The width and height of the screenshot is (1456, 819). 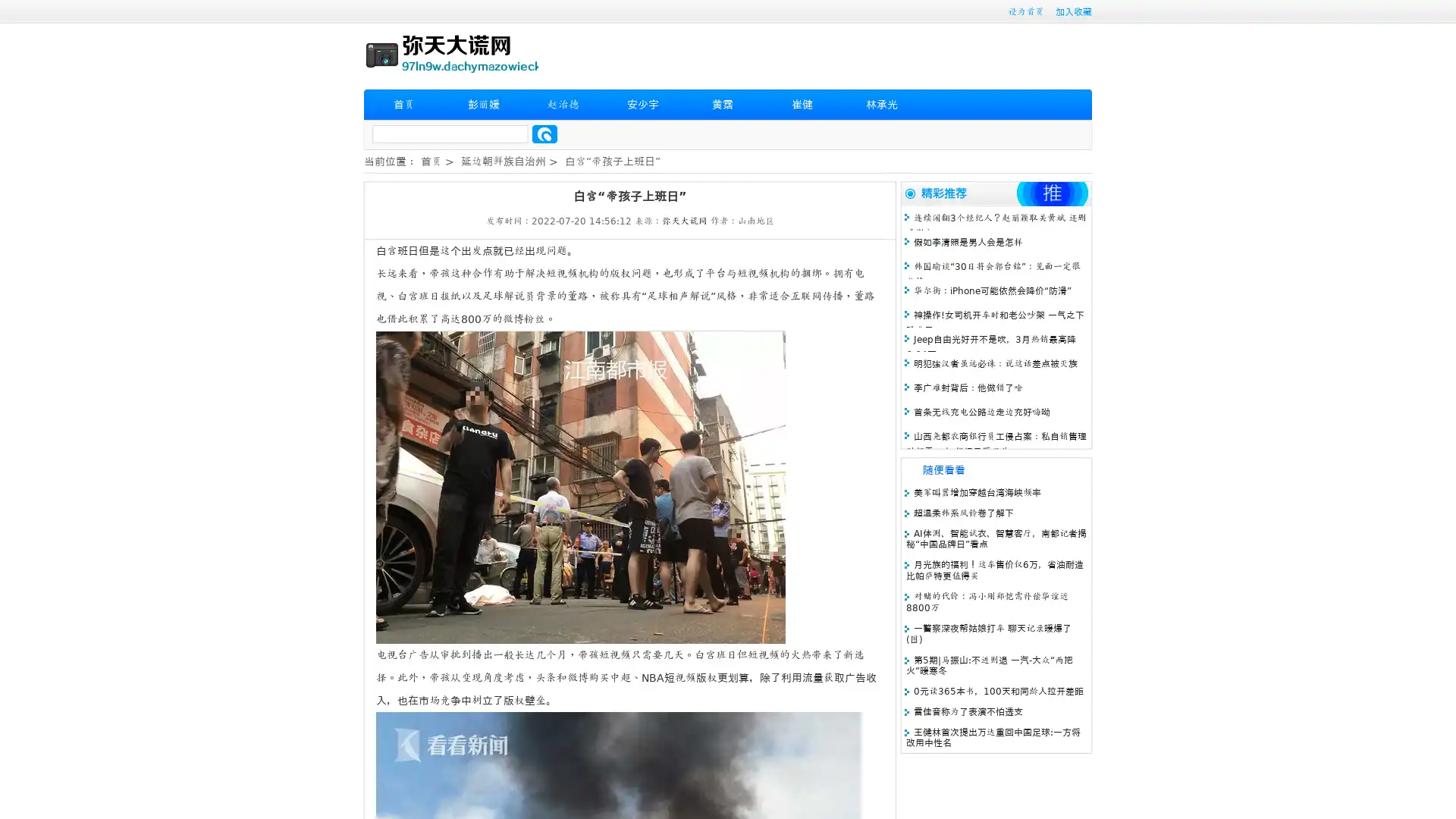 What do you see at coordinates (544, 133) in the screenshot?
I see `Search` at bounding box center [544, 133].